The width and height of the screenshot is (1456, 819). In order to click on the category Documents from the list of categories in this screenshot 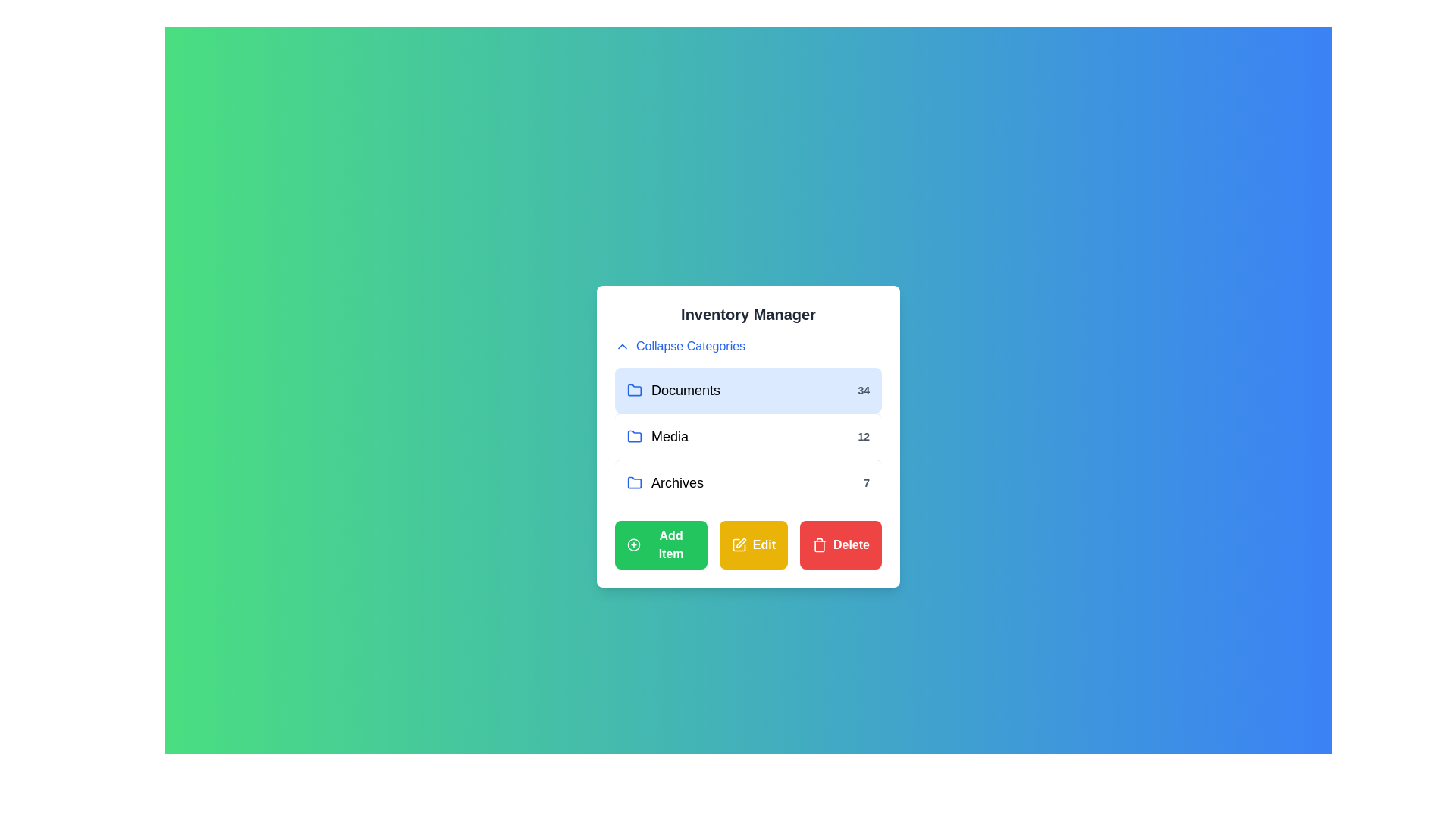, I will do `click(748, 390)`.